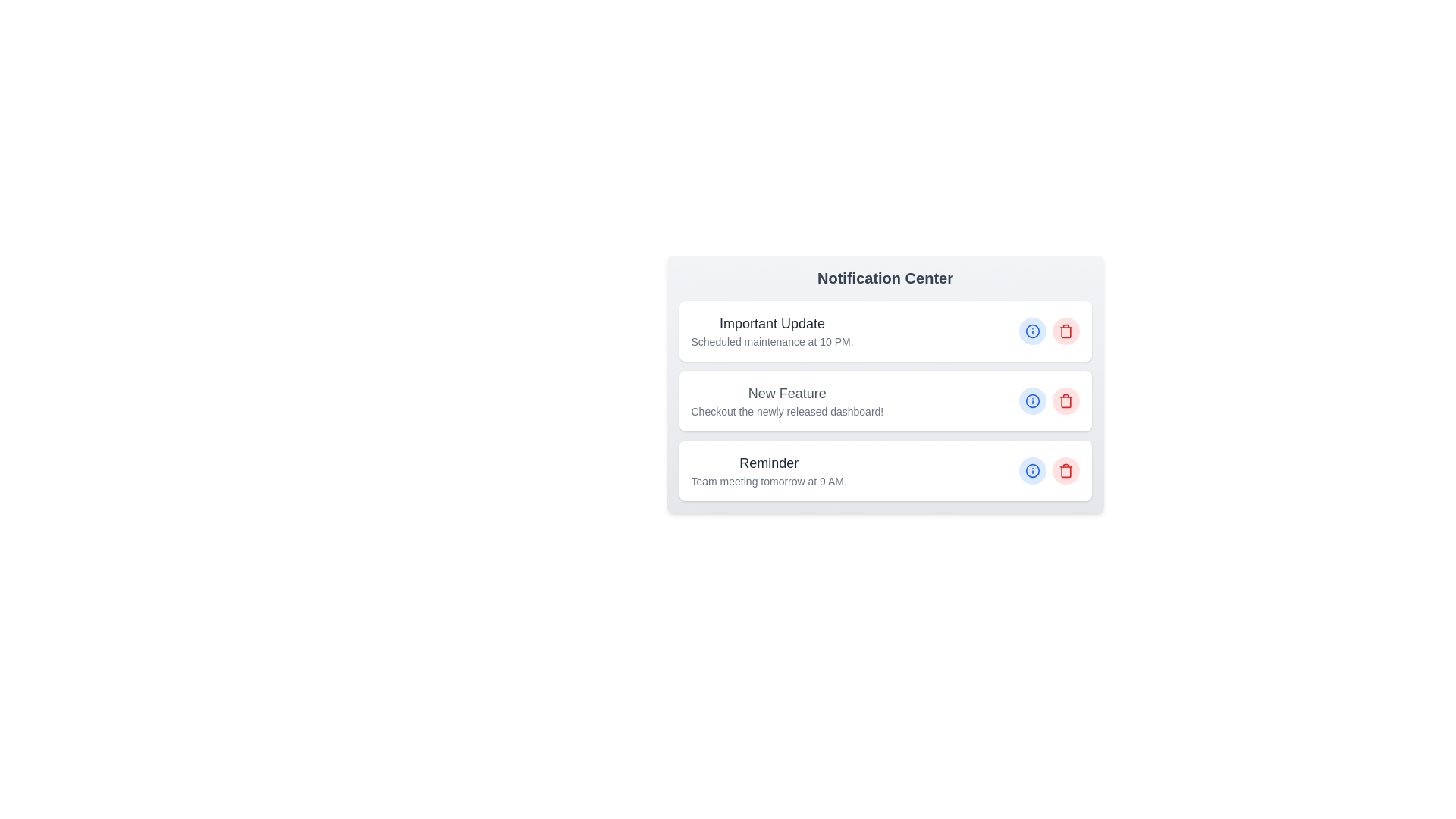 This screenshot has width=1456, height=819. Describe the element at coordinates (885, 400) in the screenshot. I see `the item with title New Feature` at that location.